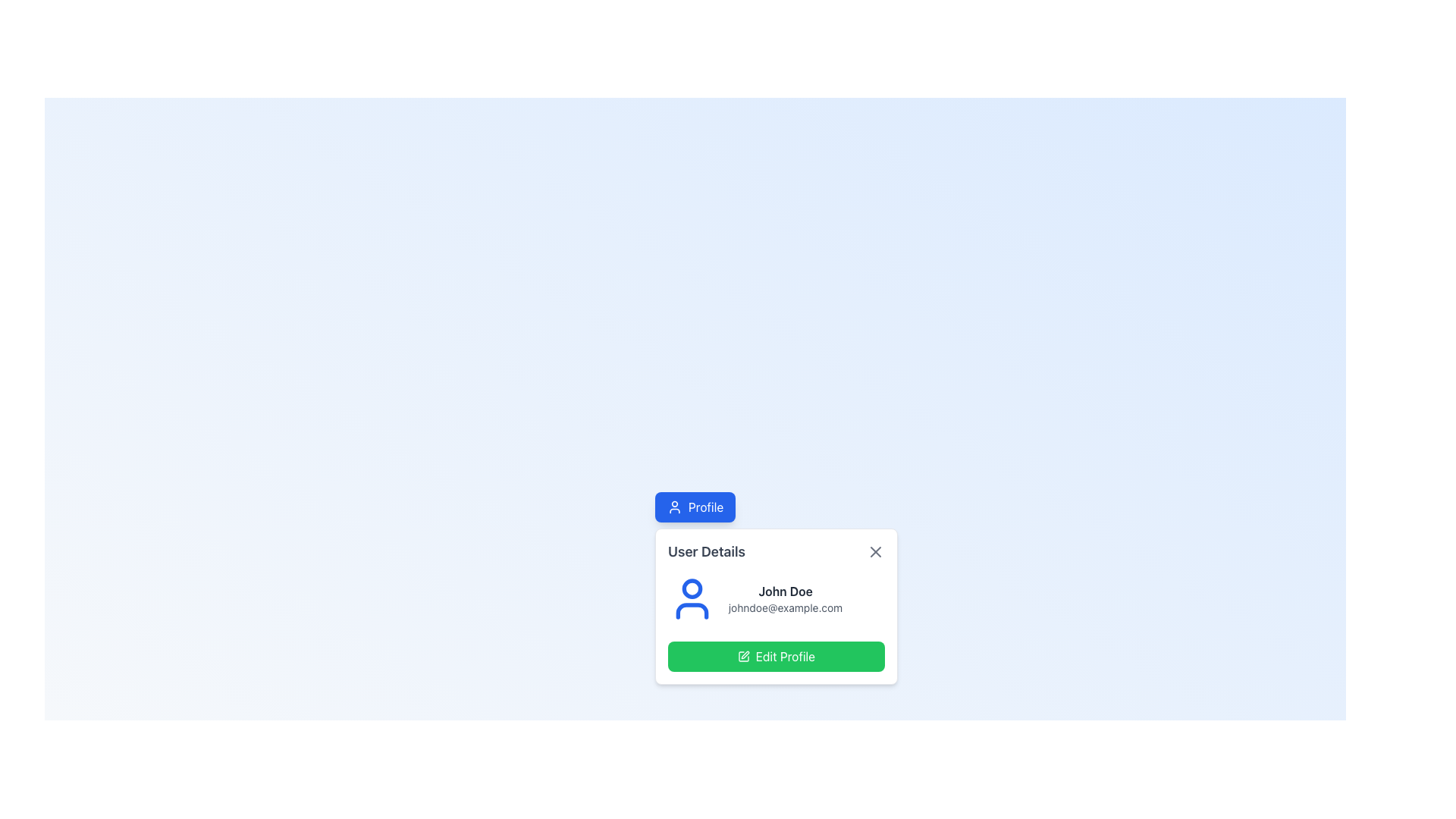 This screenshot has height=819, width=1456. What do you see at coordinates (786, 607) in the screenshot?
I see `the text label displaying 'johndoe@example.com', which is located below the 'John Doe' text in the profile information card` at bounding box center [786, 607].